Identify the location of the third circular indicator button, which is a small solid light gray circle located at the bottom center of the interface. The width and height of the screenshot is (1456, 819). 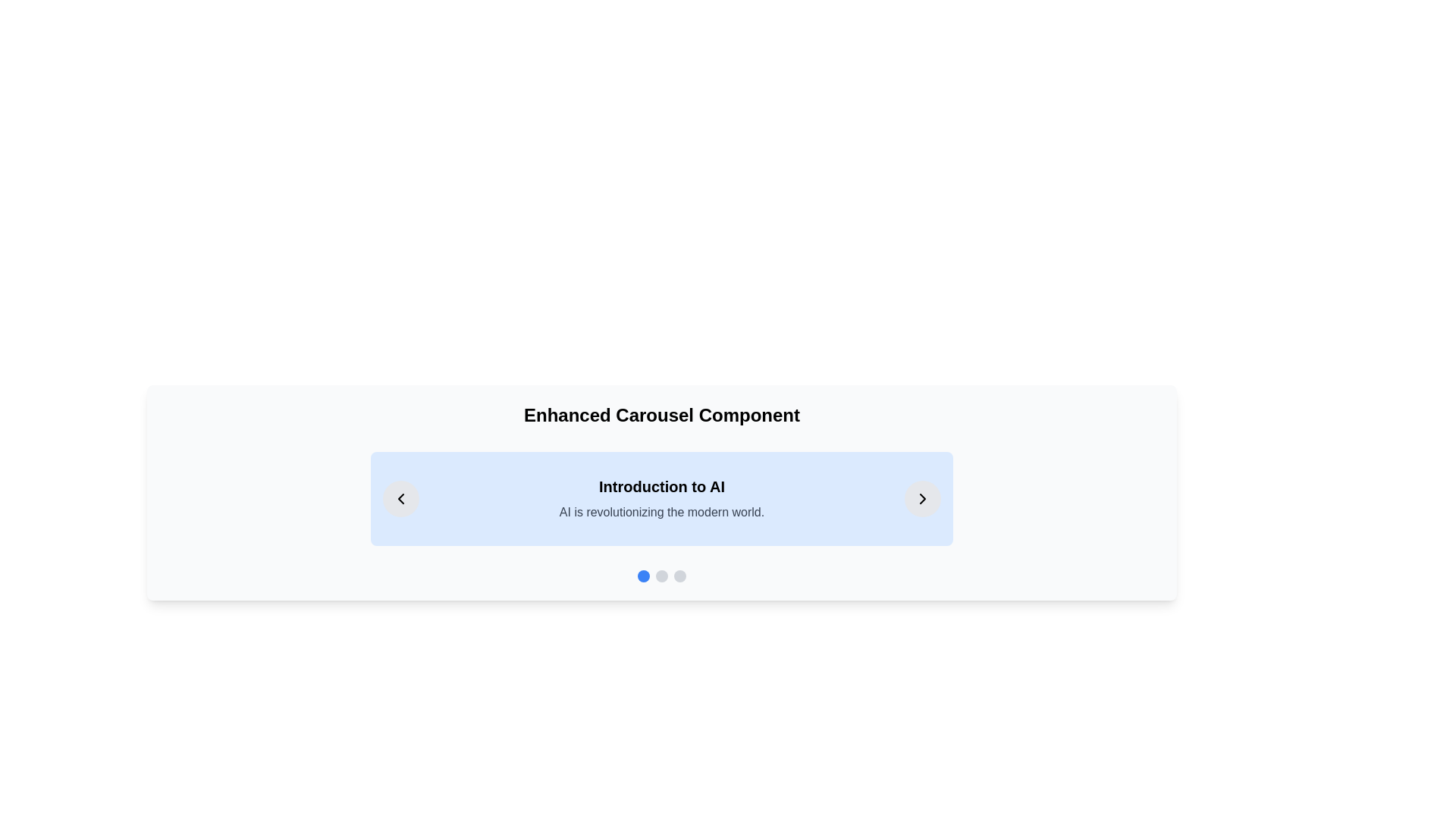
(679, 576).